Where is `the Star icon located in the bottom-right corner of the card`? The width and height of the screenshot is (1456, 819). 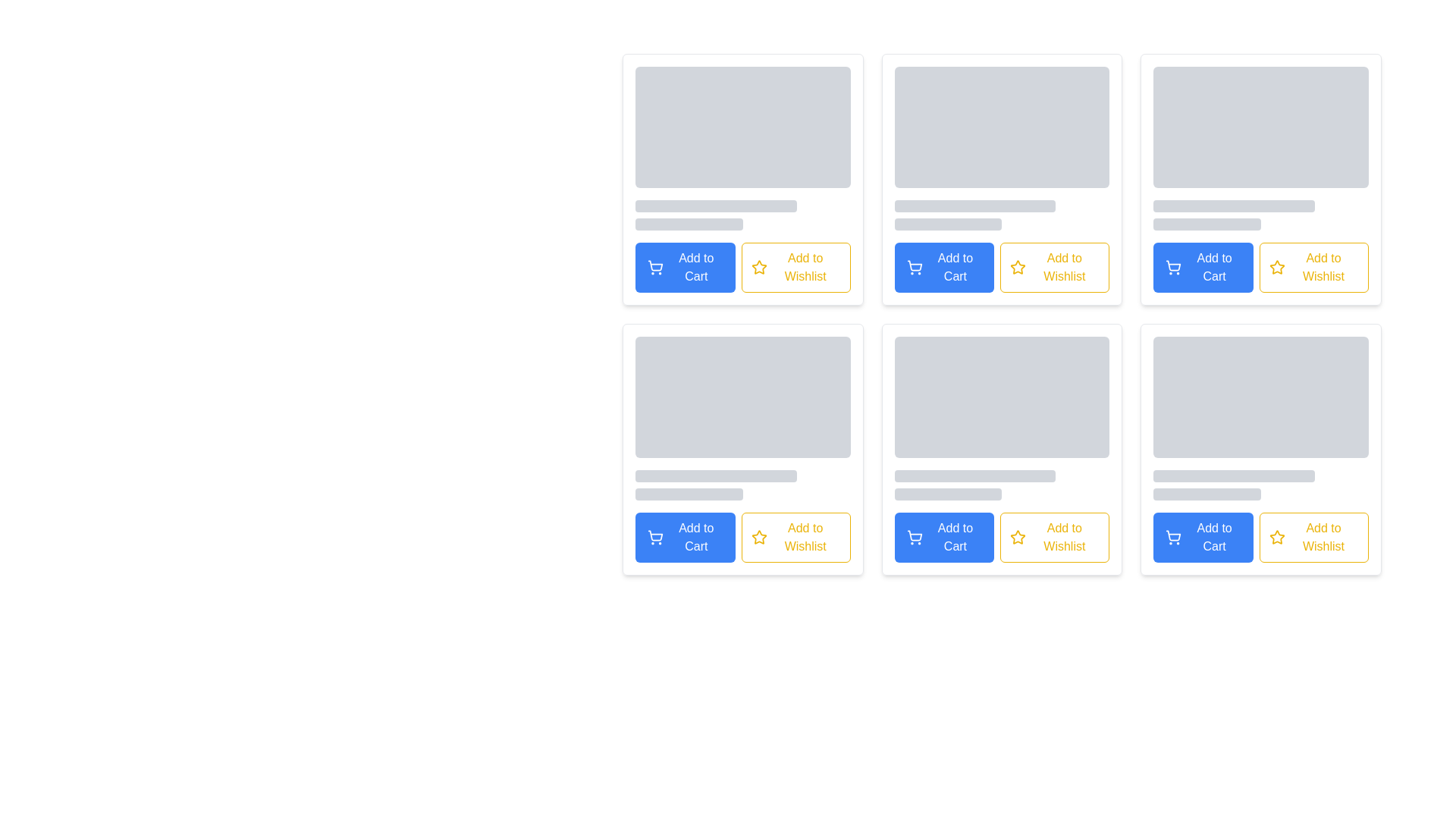
the Star icon located in the bottom-right corner of the card is located at coordinates (1018, 266).